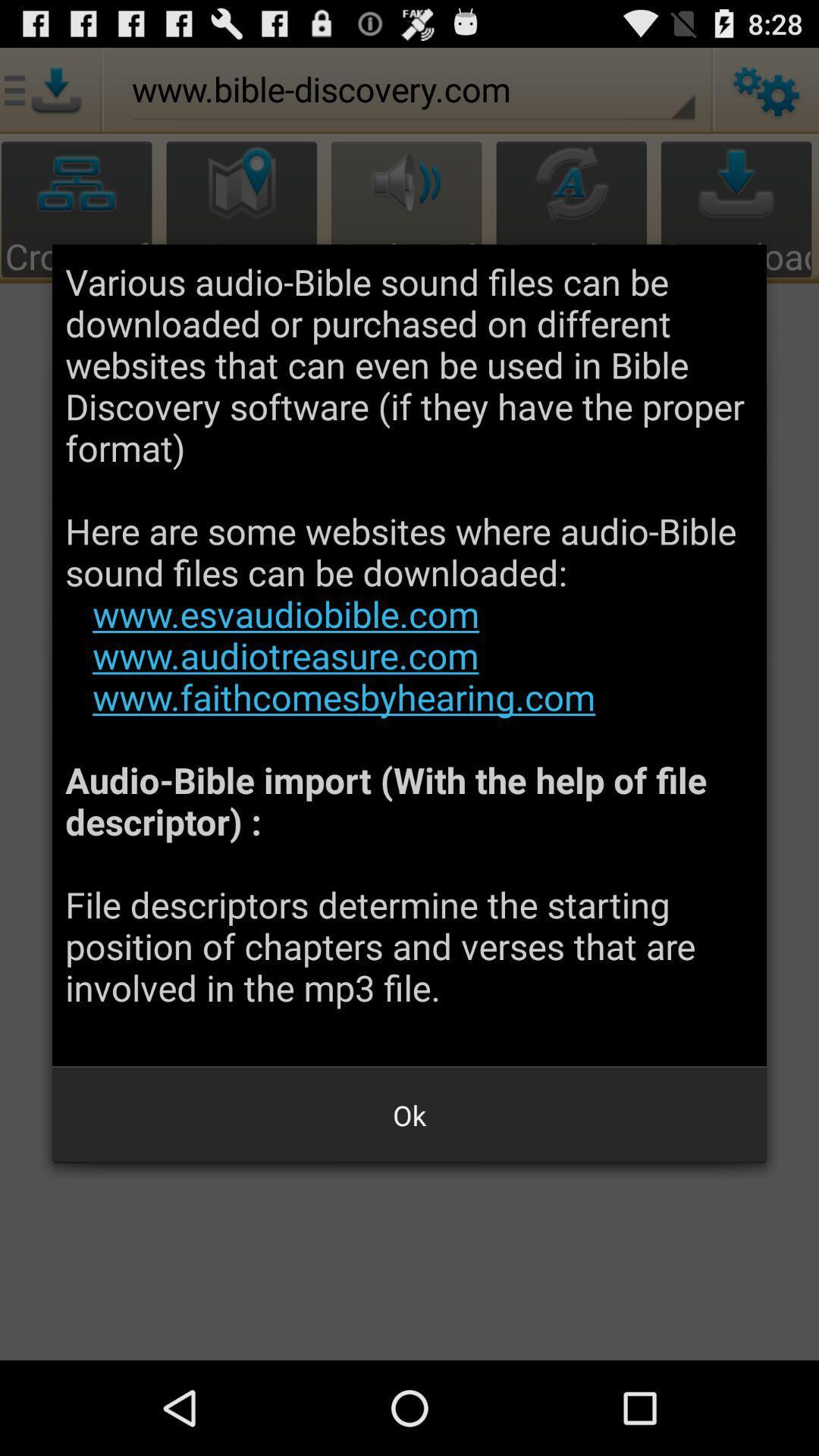  What do you see at coordinates (409, 1115) in the screenshot?
I see `ok` at bounding box center [409, 1115].